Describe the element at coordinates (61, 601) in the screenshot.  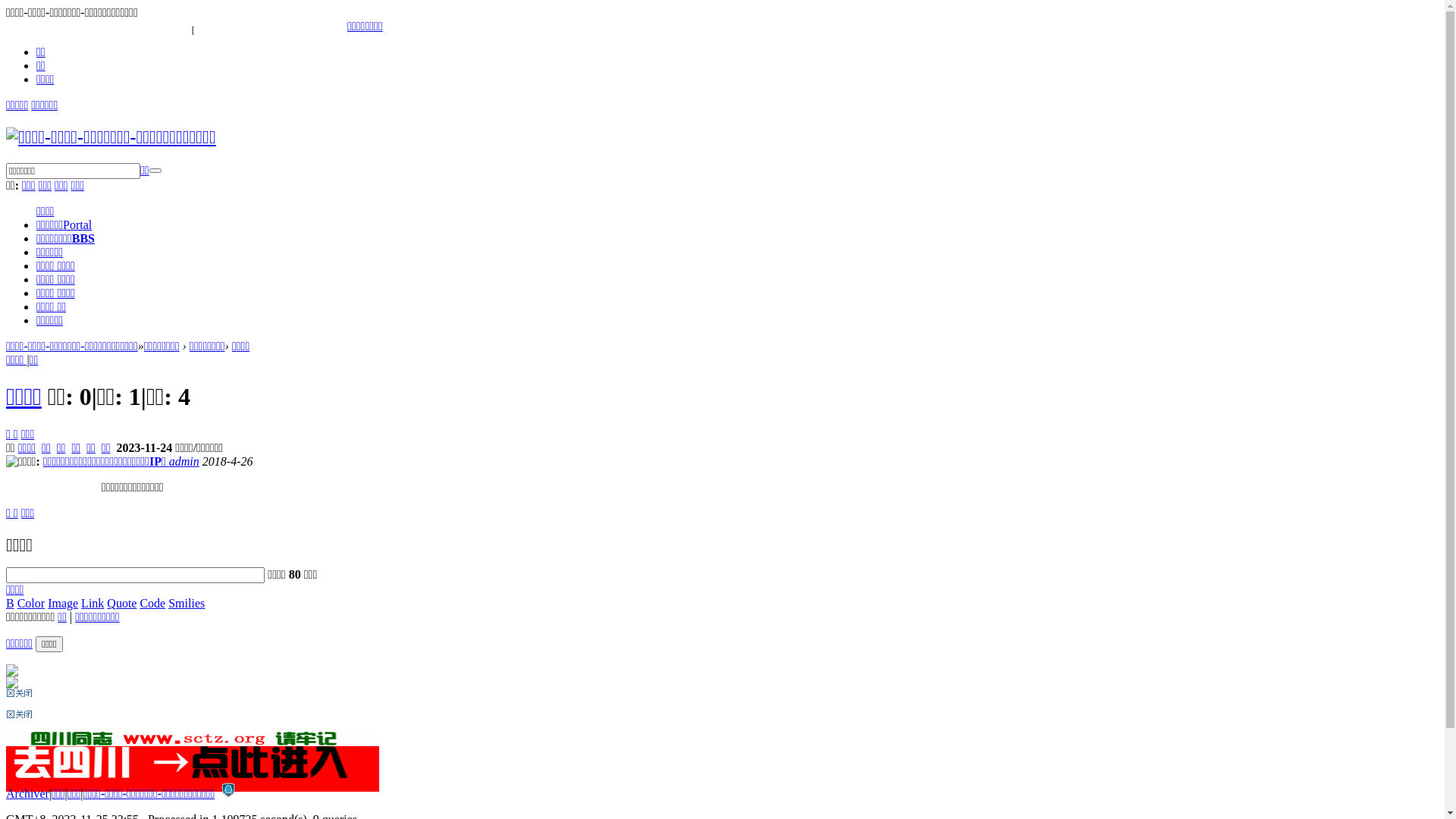
I see `'Image'` at that location.